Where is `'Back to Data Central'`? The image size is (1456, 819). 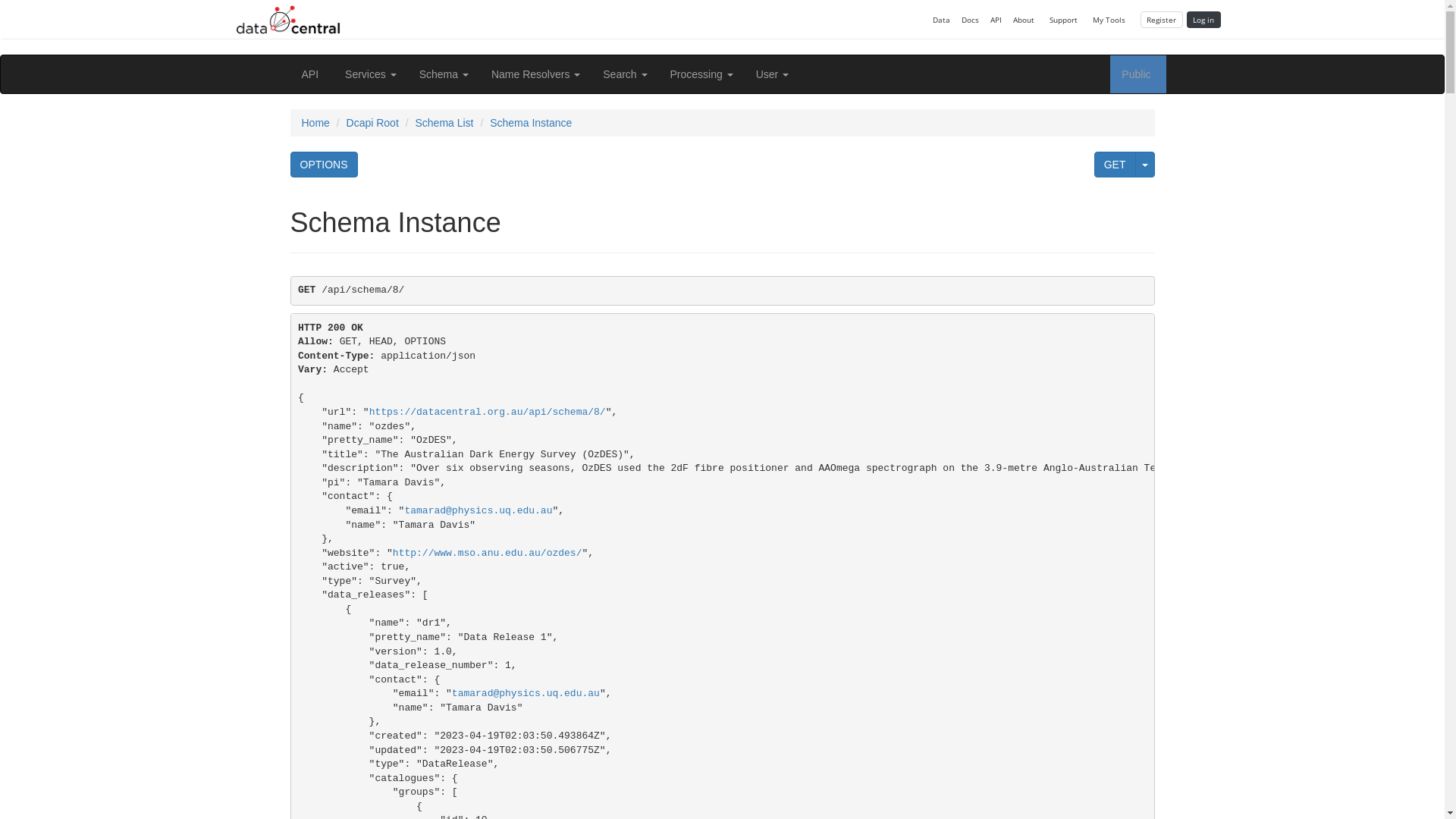
'Back to Data Central' is located at coordinates (287, 20).